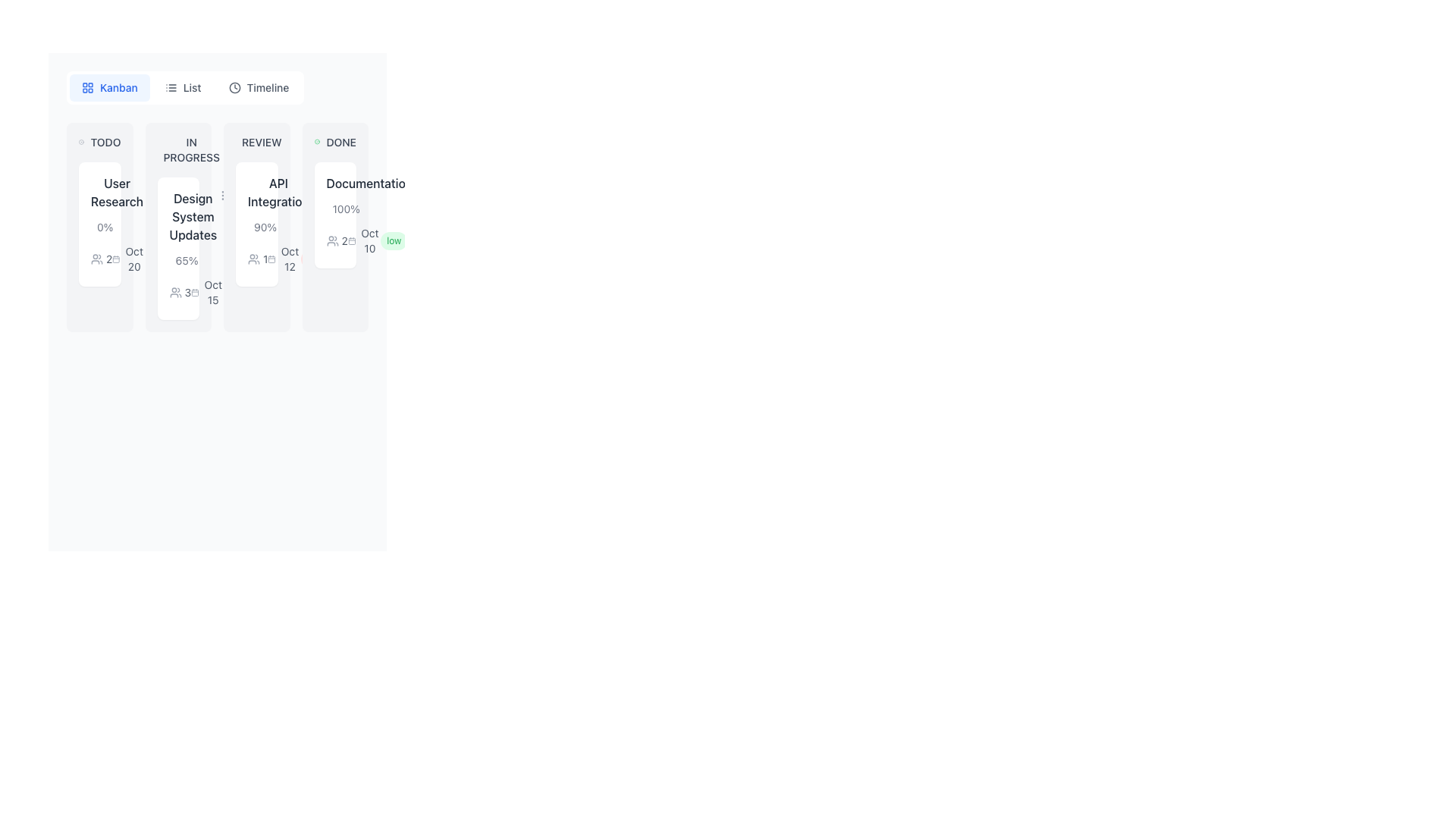 This screenshot has height=819, width=1456. Describe the element at coordinates (334, 240) in the screenshot. I see `the small gray icon representing two stylized human figures located in the 'Done' section of the Kanban card titled 'Documentation'` at that location.